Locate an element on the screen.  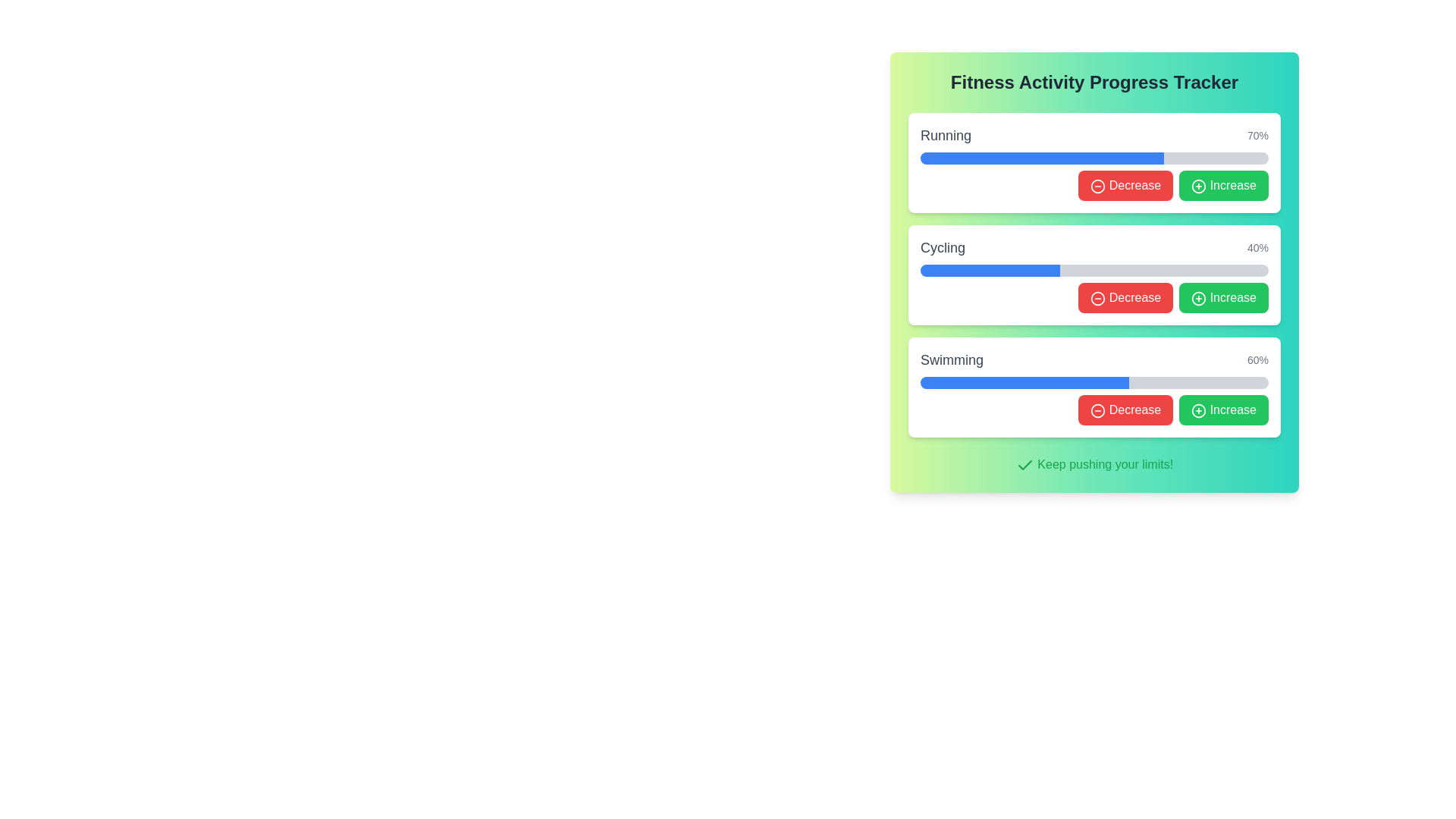
the Decrease button located on the right side of the progress bar is located at coordinates (1125, 185).